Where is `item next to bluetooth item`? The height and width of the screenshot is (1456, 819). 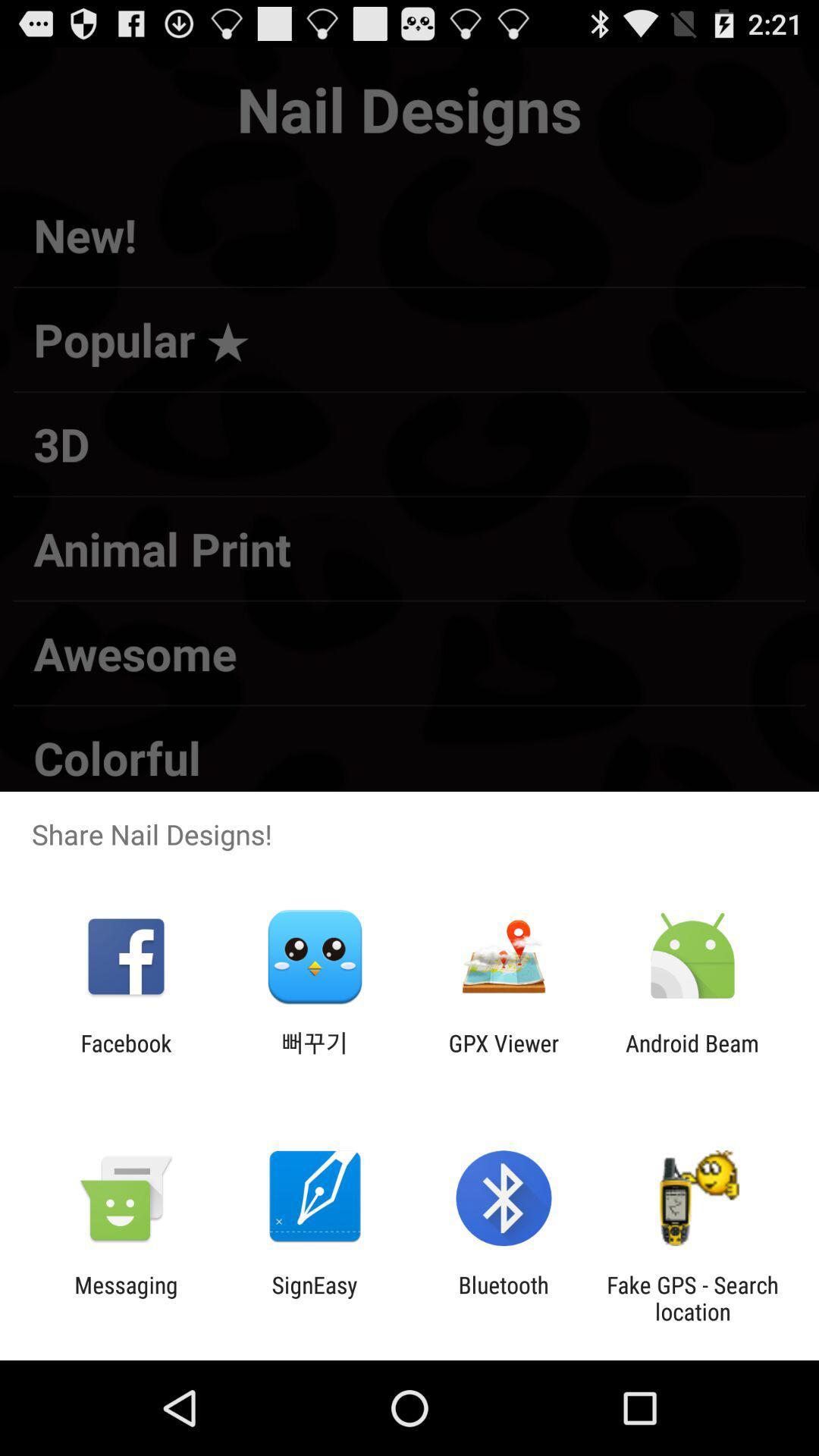 item next to bluetooth item is located at coordinates (314, 1298).